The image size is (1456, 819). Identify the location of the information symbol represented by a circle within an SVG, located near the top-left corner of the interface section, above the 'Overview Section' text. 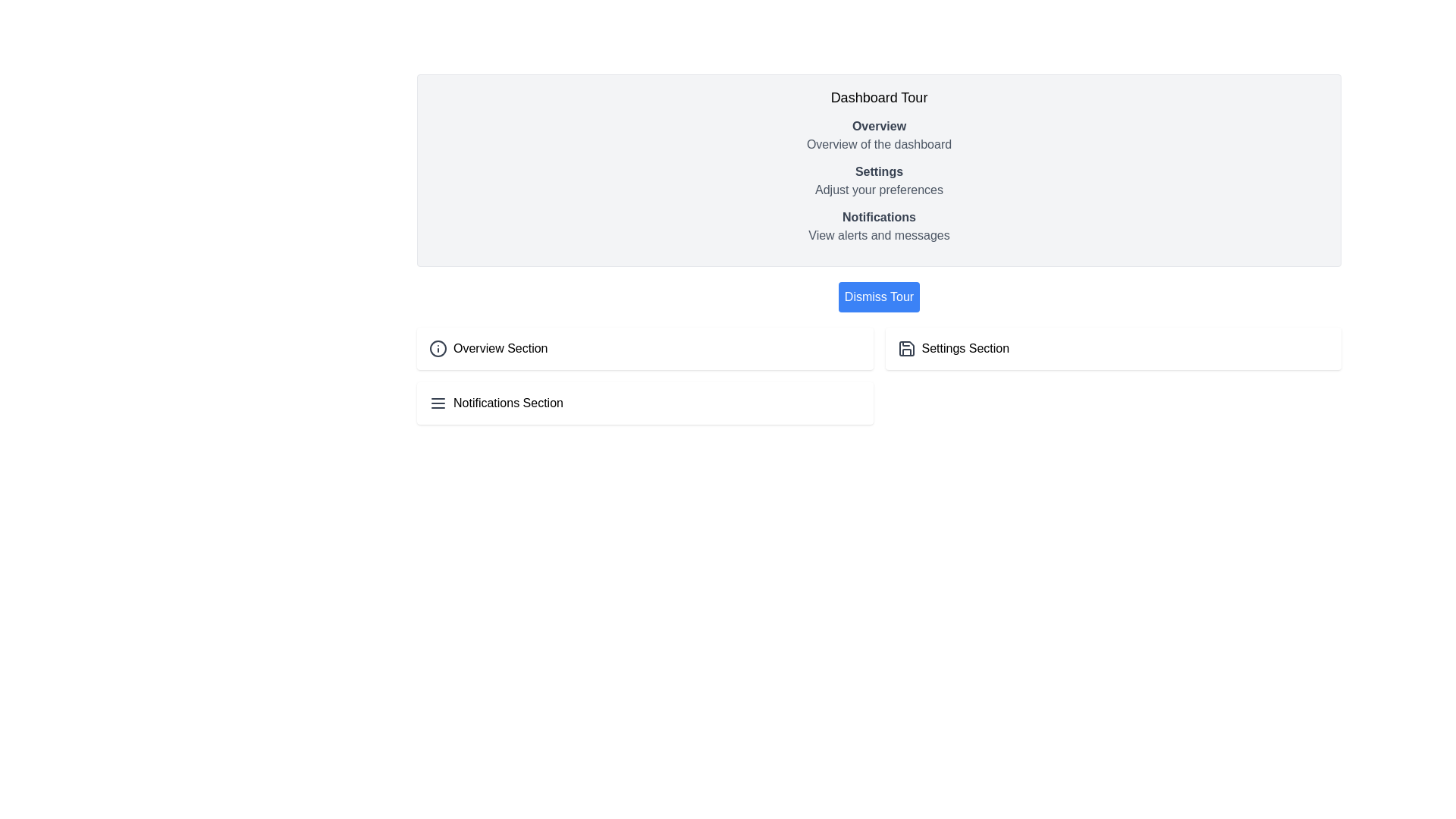
(437, 348).